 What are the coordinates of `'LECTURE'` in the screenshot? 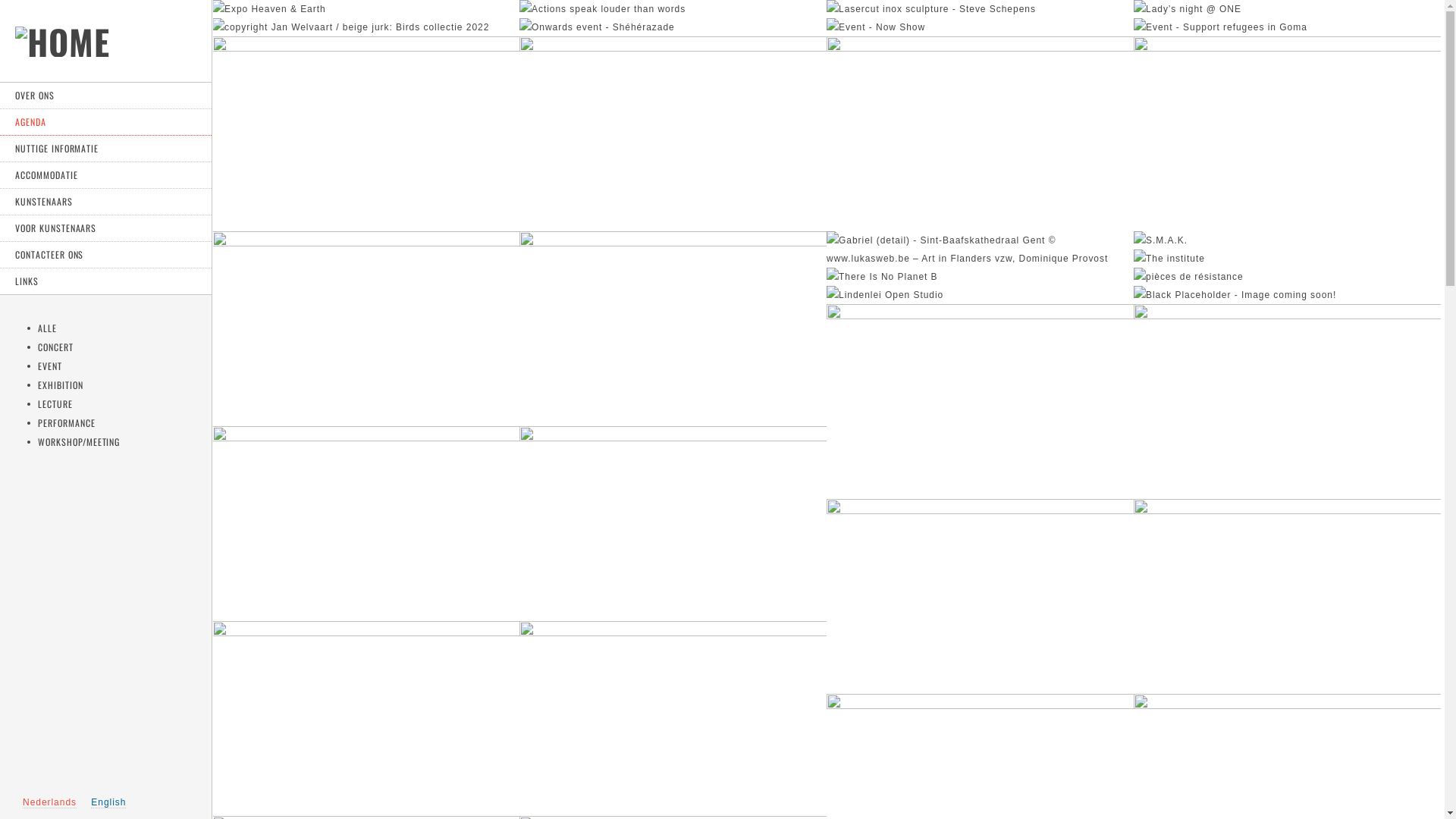 It's located at (55, 403).